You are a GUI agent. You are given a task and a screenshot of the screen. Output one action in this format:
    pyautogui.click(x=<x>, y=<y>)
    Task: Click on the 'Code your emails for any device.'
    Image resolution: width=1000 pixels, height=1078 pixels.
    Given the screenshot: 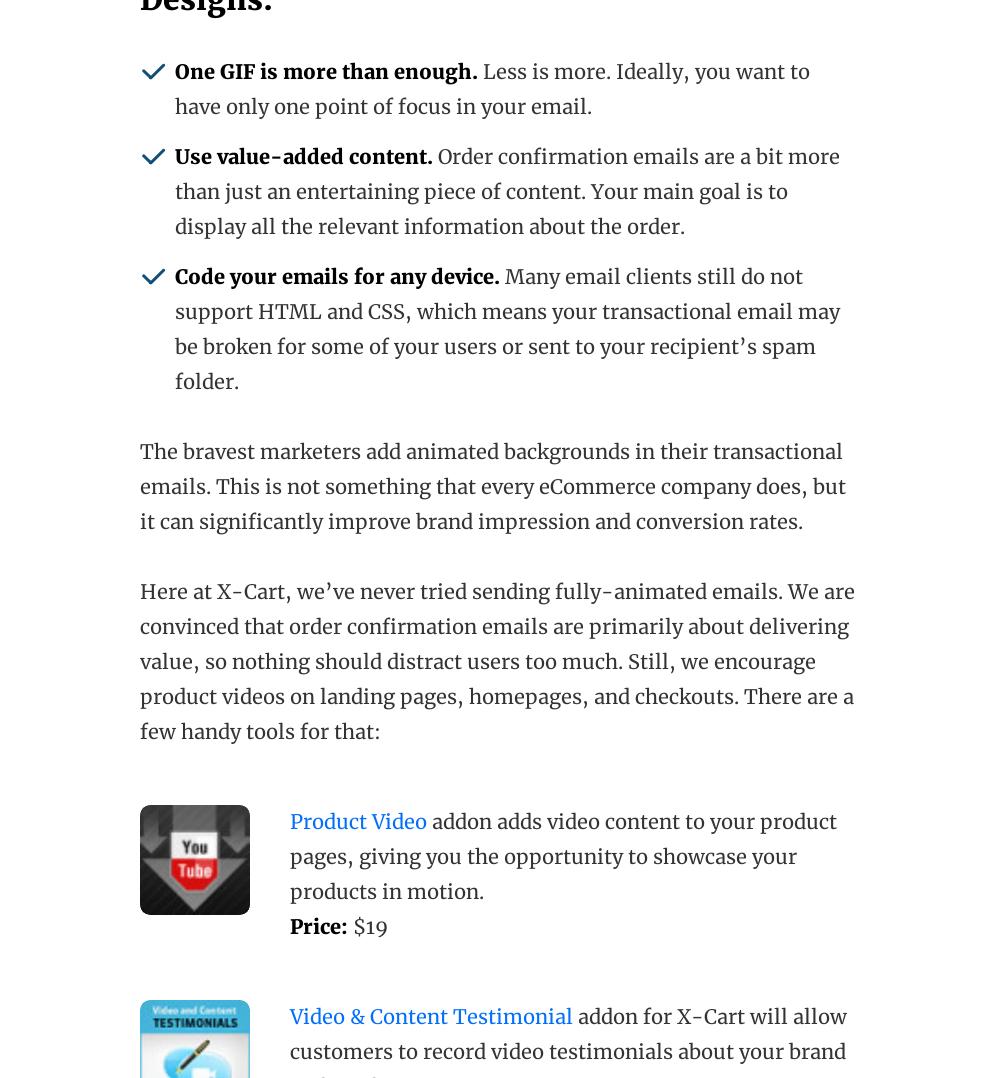 What is the action you would take?
    pyautogui.click(x=336, y=276)
    